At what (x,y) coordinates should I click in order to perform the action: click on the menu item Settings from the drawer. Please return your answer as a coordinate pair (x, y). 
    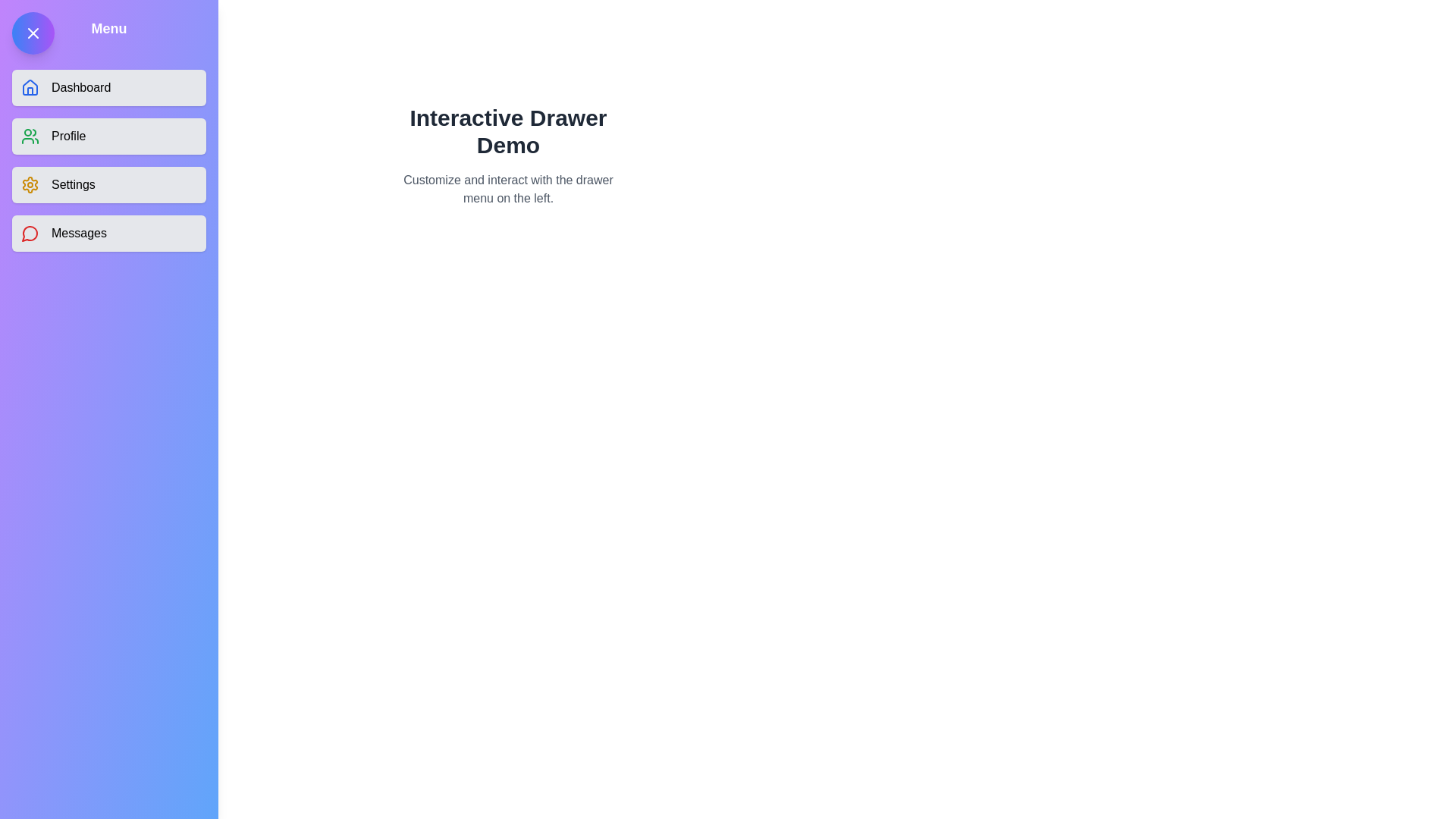
    Looking at the image, I should click on (108, 184).